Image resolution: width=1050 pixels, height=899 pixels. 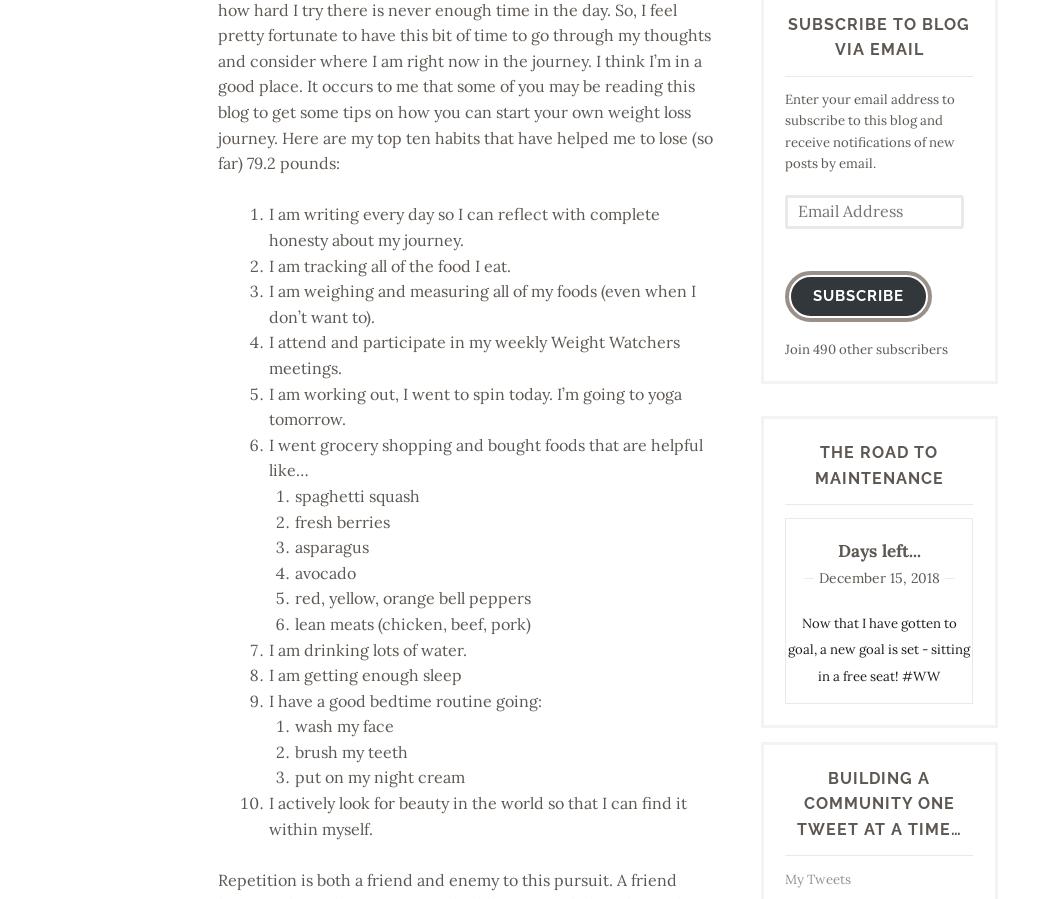 What do you see at coordinates (486, 456) in the screenshot?
I see `'I went grocery shopping and bought foods that are helpful like…'` at bounding box center [486, 456].